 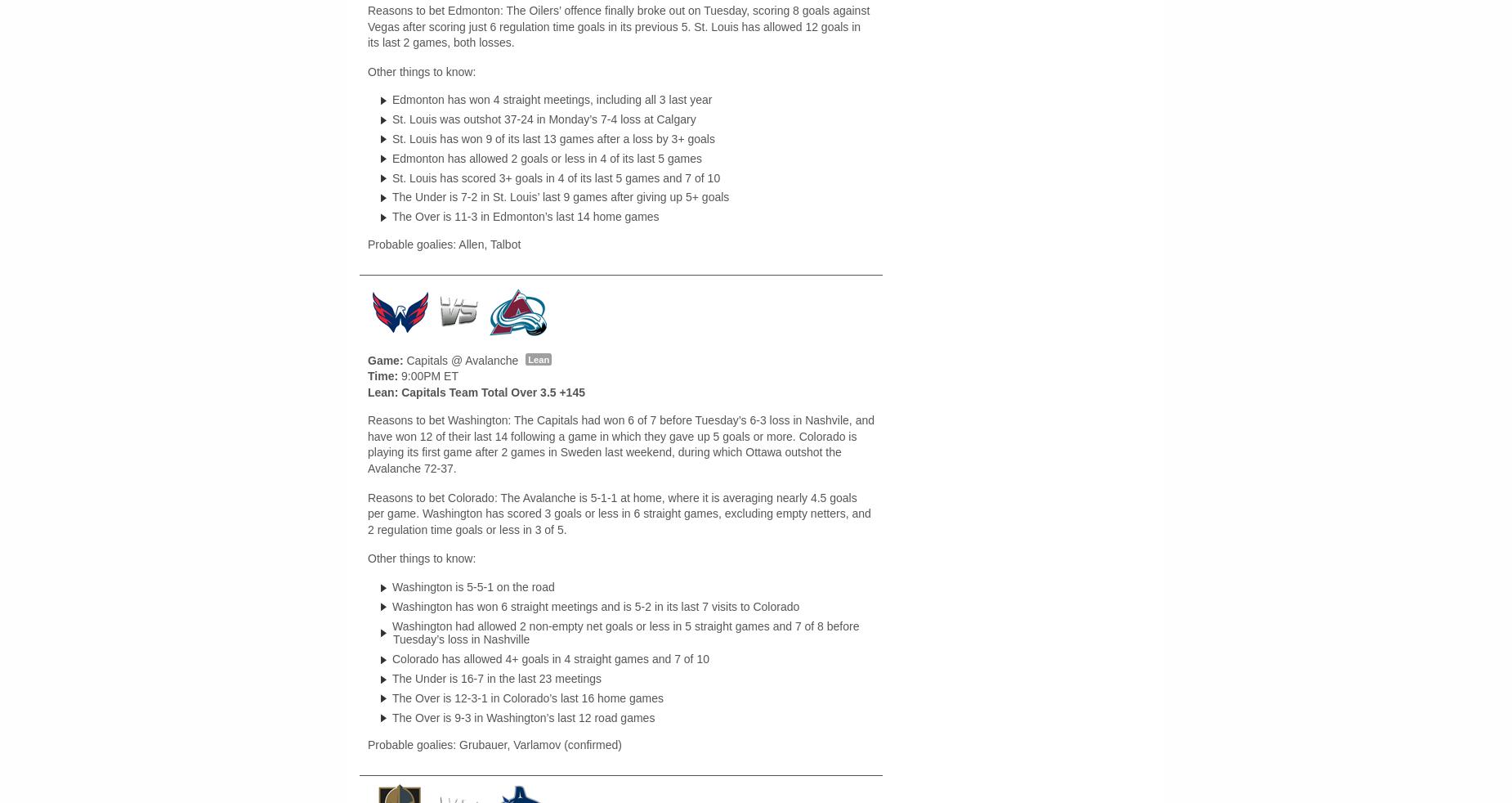 What do you see at coordinates (392, 195) in the screenshot?
I see `'The Under is 7-2 in St. Louis’ last 9 games after giving up 5+ goals'` at bounding box center [392, 195].